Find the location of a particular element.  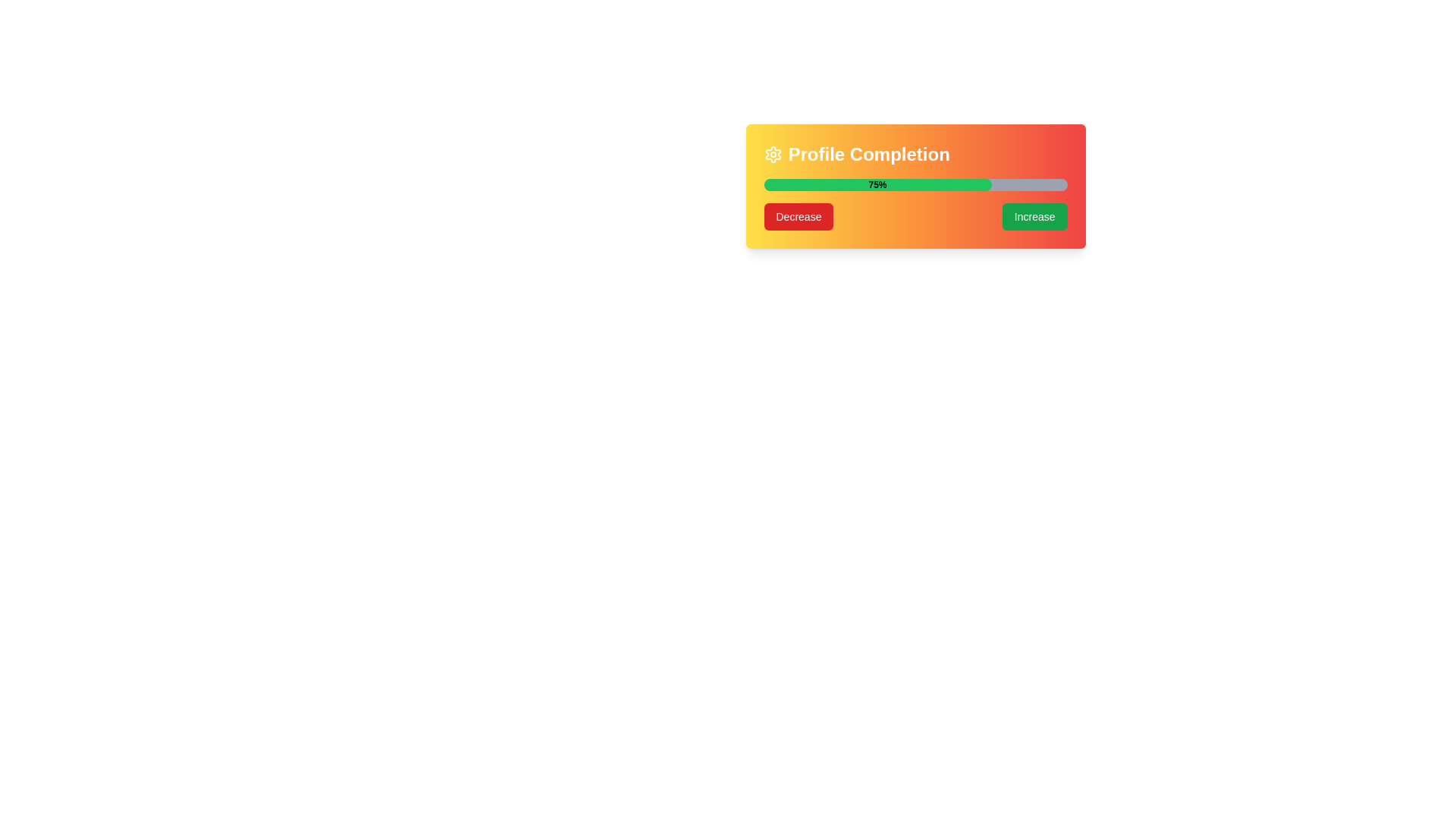

the decorative icon representing settings for the 'Profile Completion' feature, which is located to the far left of the 'Profile Completion' section header is located at coordinates (773, 155).